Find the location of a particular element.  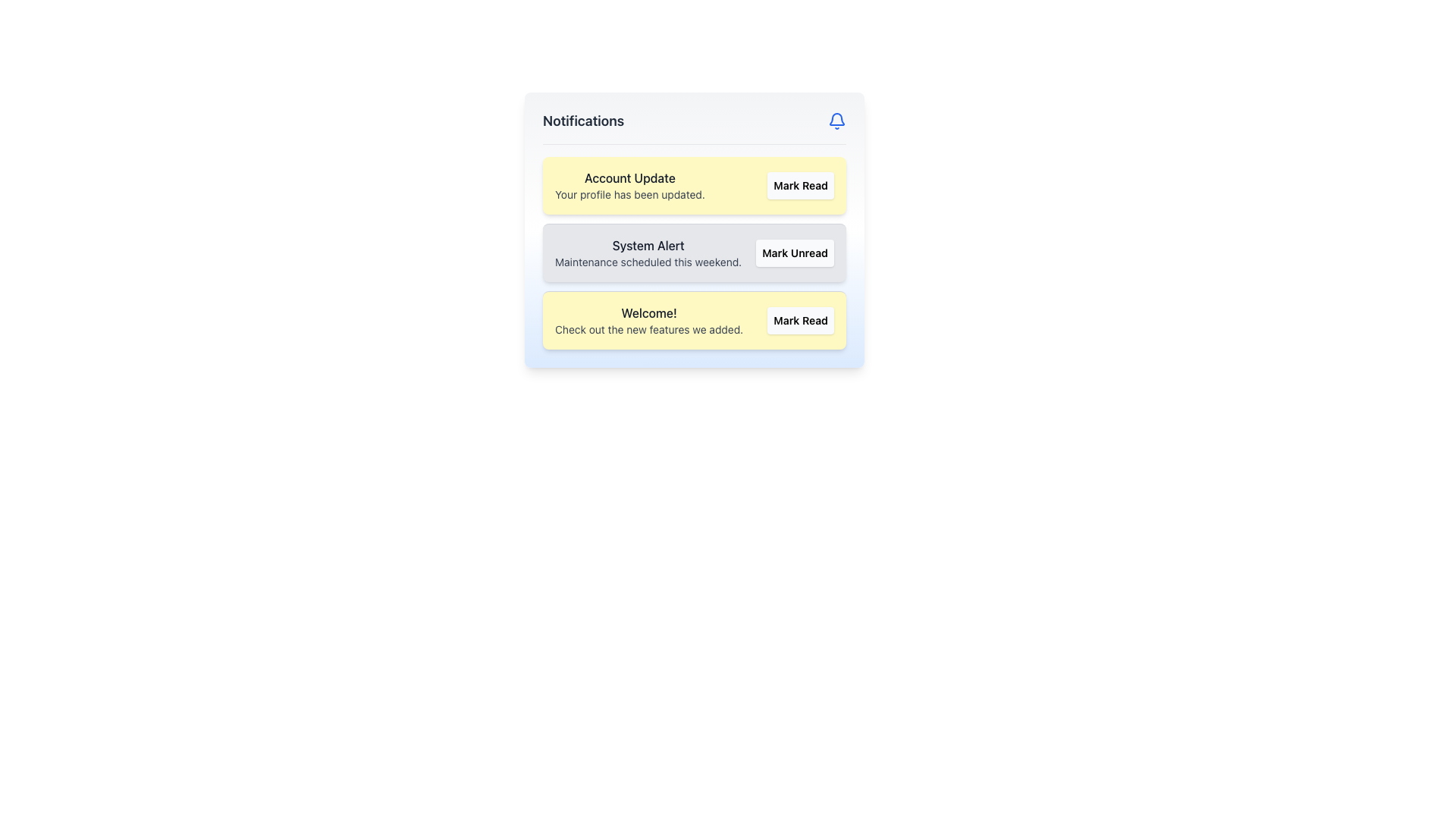

the text label that serves as a header for the second notification block, which summarizes the associated message about maintenance scheduled this weekend is located at coordinates (648, 245).